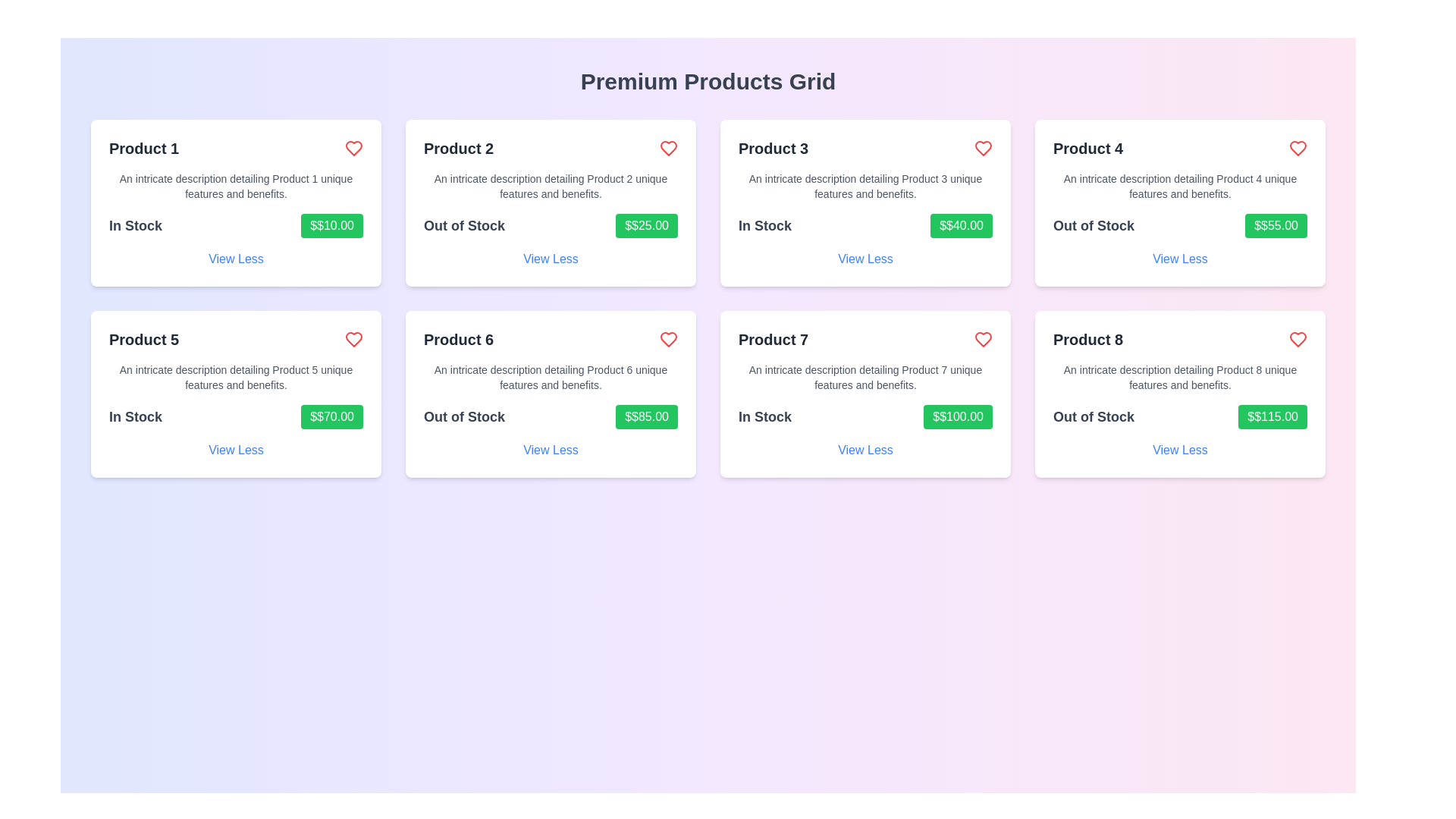 The width and height of the screenshot is (1456, 819). I want to click on the product card displaying details of 'Product 5', located in the second row, first column of the grid layout, so click(235, 394).